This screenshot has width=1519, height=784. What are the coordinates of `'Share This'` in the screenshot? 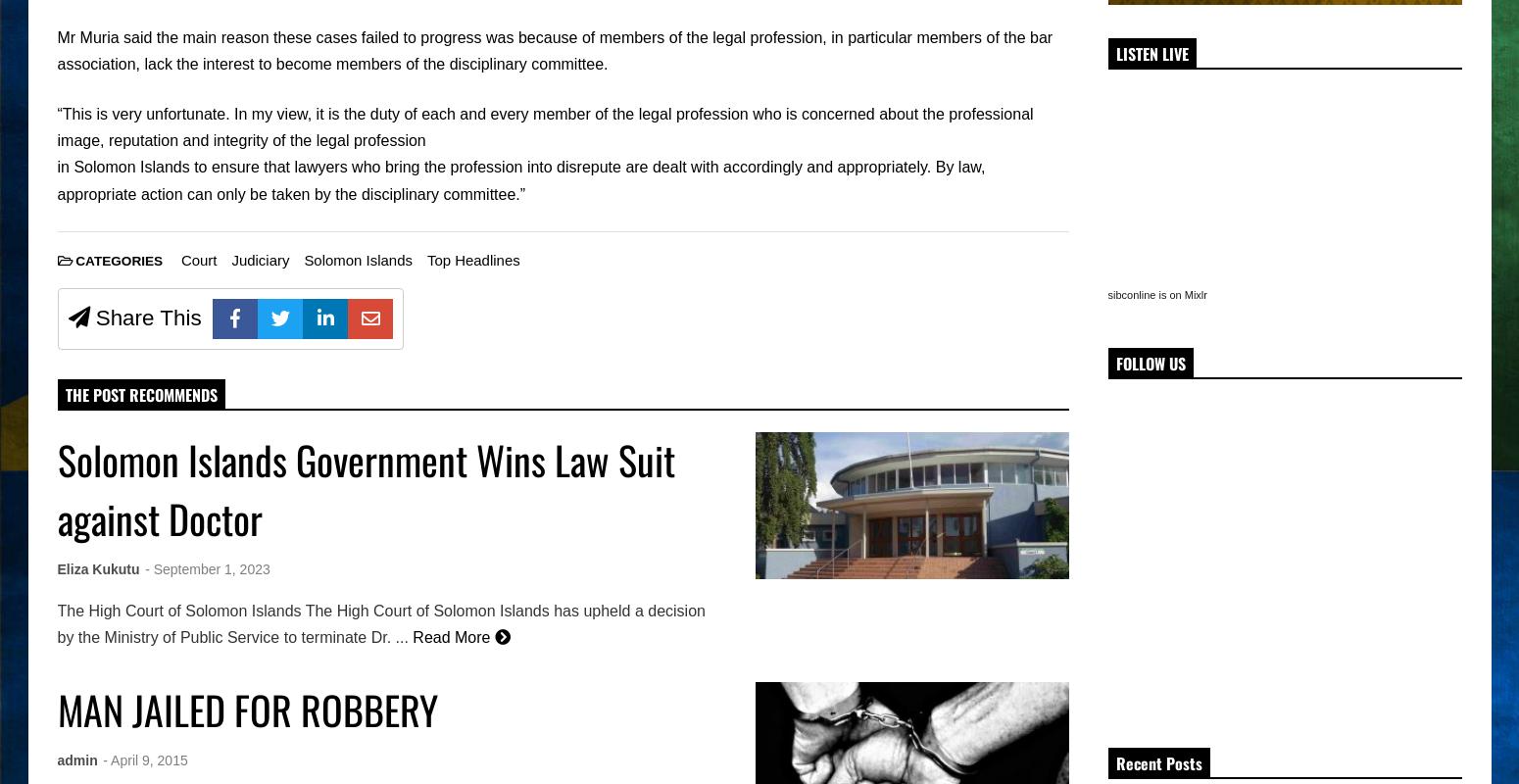 It's located at (145, 316).